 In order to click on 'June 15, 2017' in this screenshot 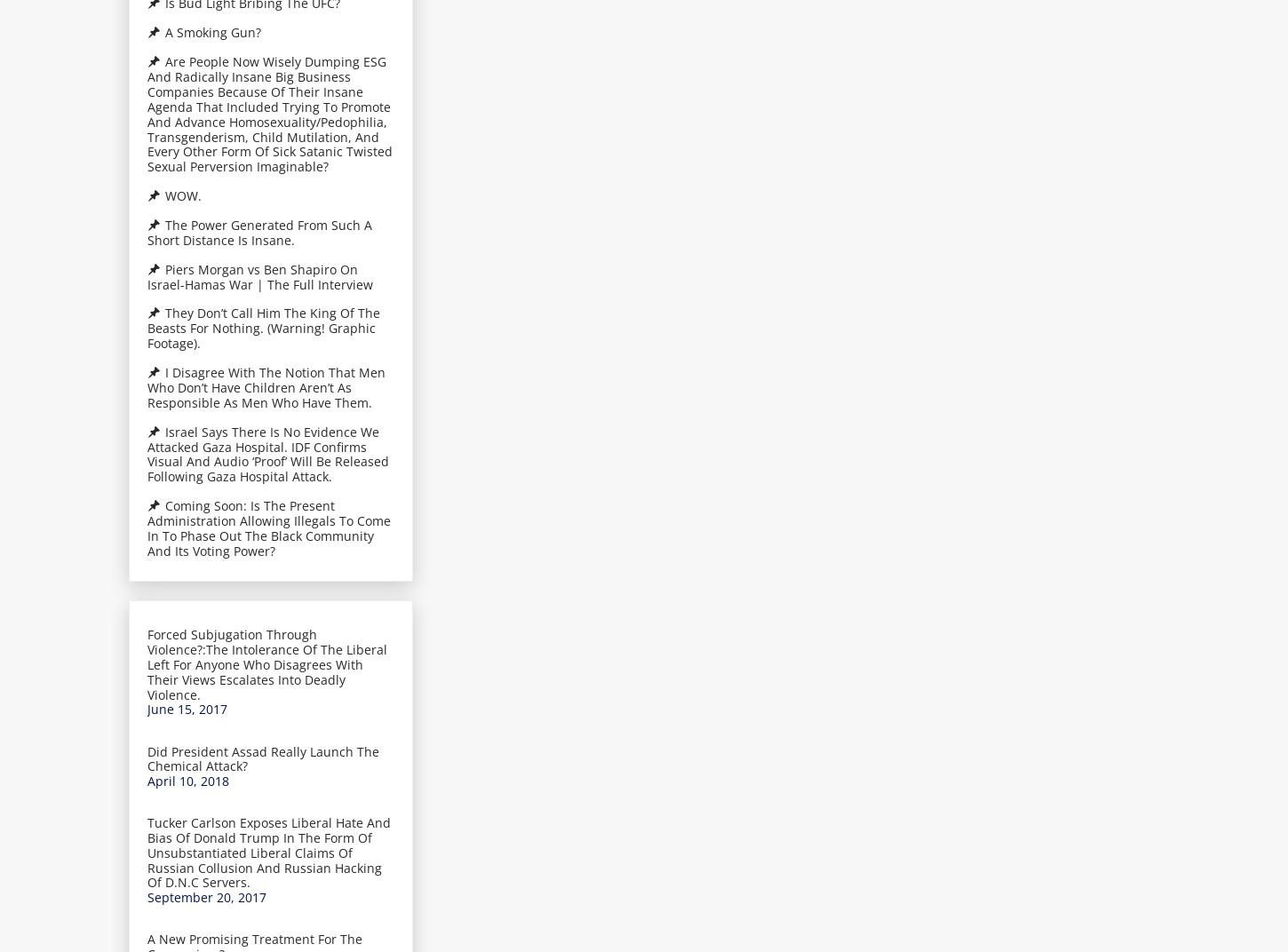, I will do `click(186, 709)`.